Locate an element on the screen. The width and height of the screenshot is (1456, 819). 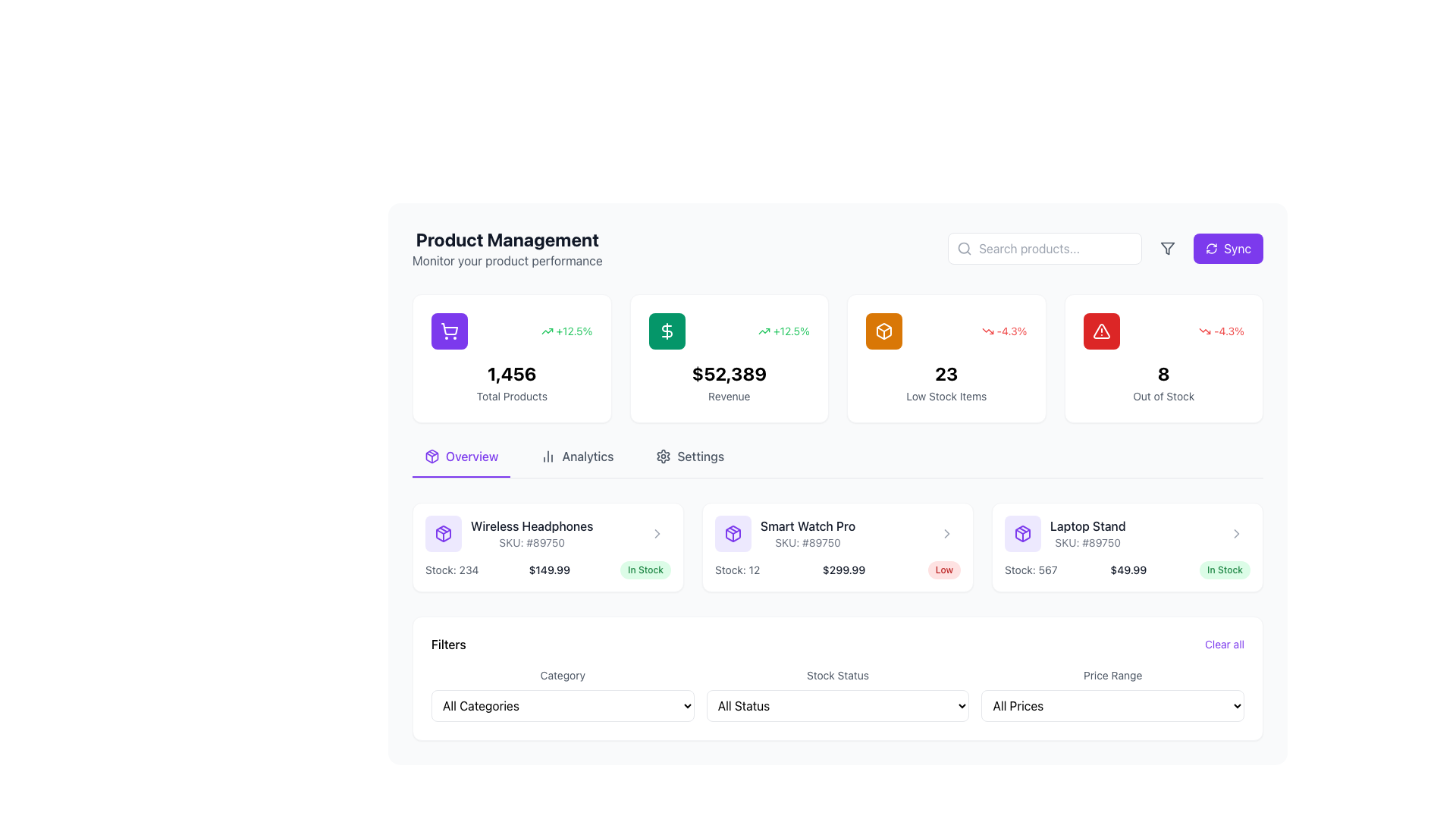
the dropdown menu located in the Filters section is located at coordinates (836, 705).